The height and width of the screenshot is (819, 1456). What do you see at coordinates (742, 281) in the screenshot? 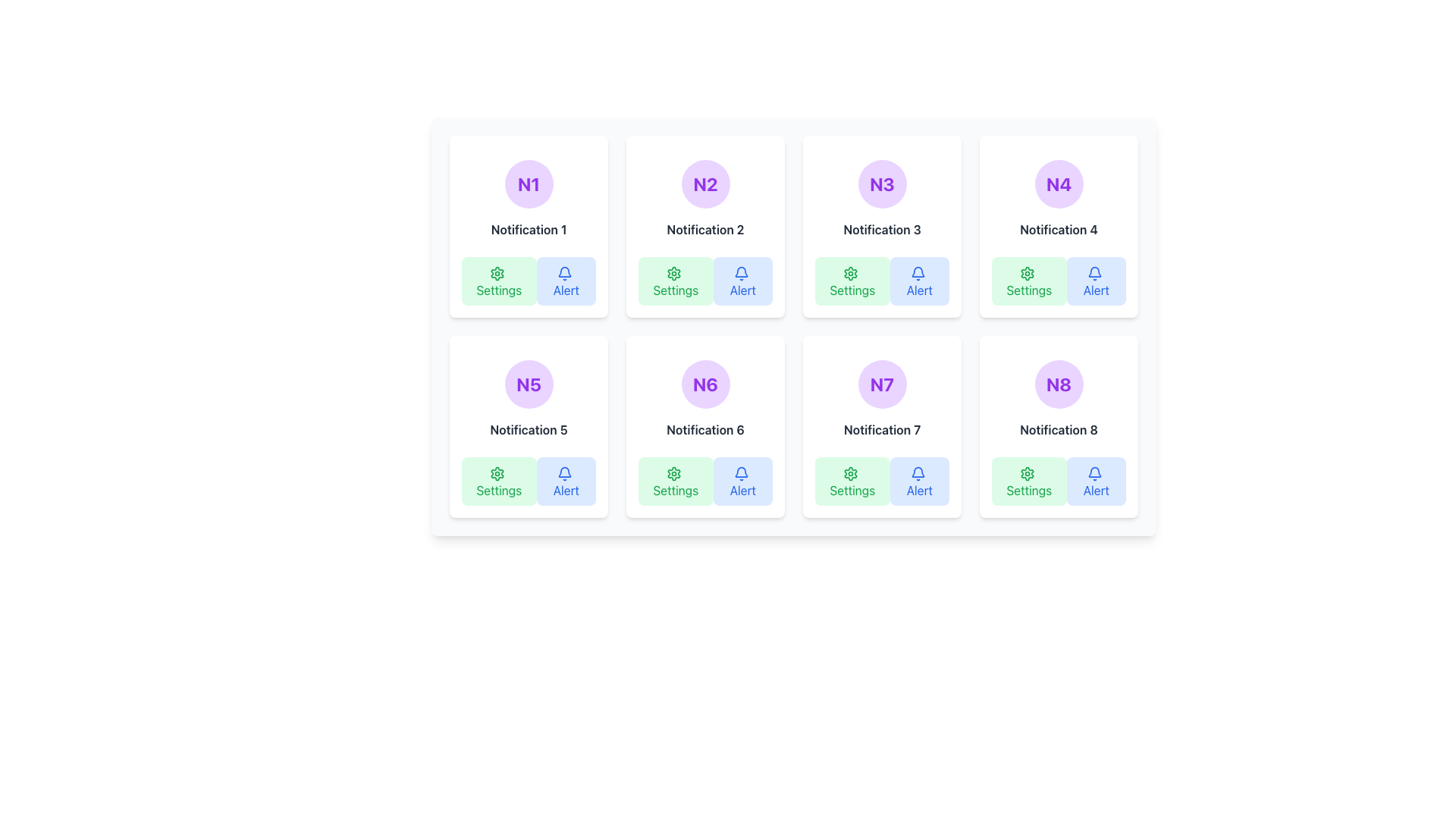
I see `the 'Alert' button with a light blue background and dark blue text, located in the 'Notification 2' card` at bounding box center [742, 281].